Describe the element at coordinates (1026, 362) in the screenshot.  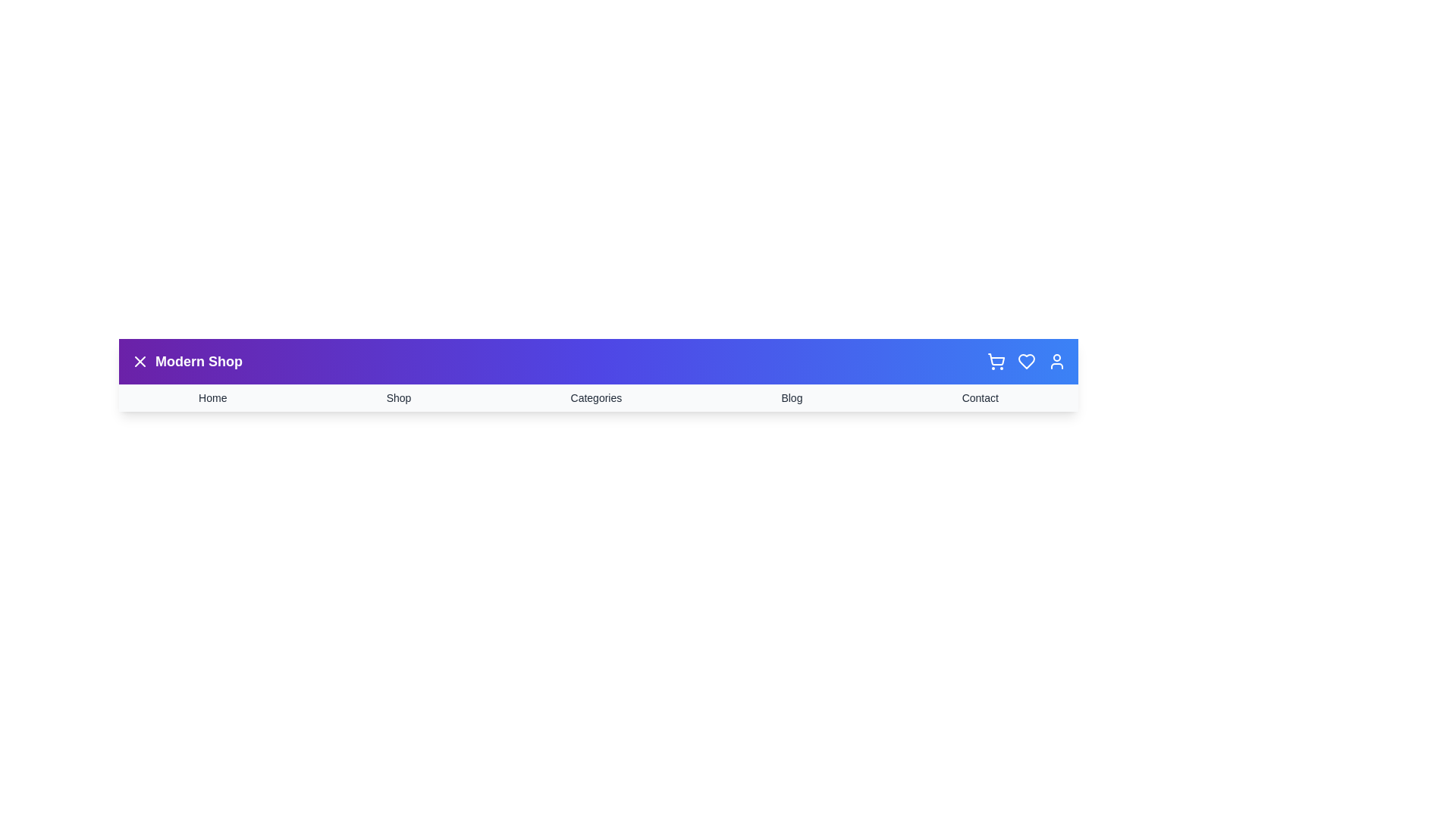
I see `the favorites icon to interact with it` at that location.